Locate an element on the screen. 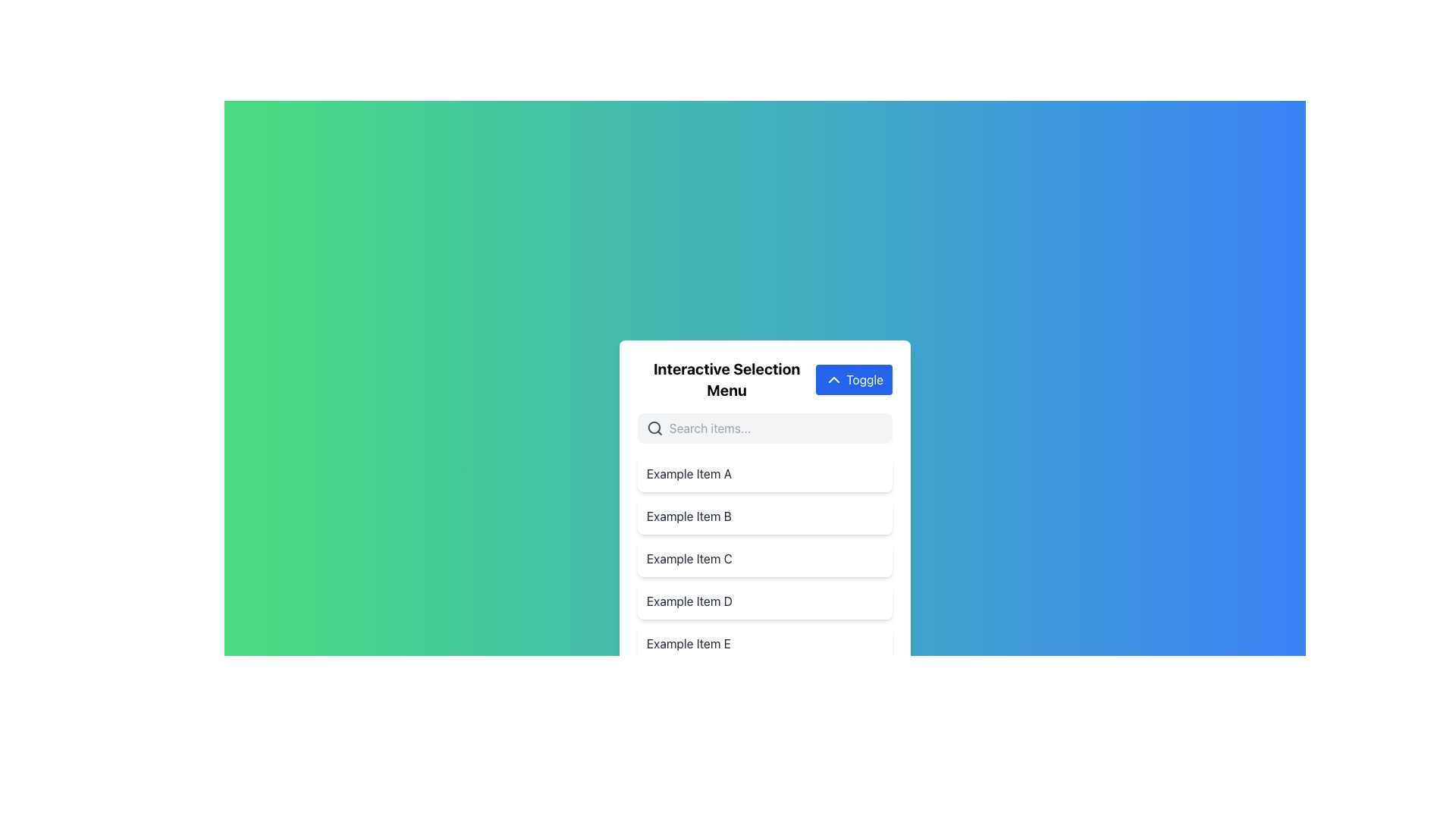 The image size is (1456, 819). the second list item labeled 'Example Item B' is located at coordinates (764, 510).